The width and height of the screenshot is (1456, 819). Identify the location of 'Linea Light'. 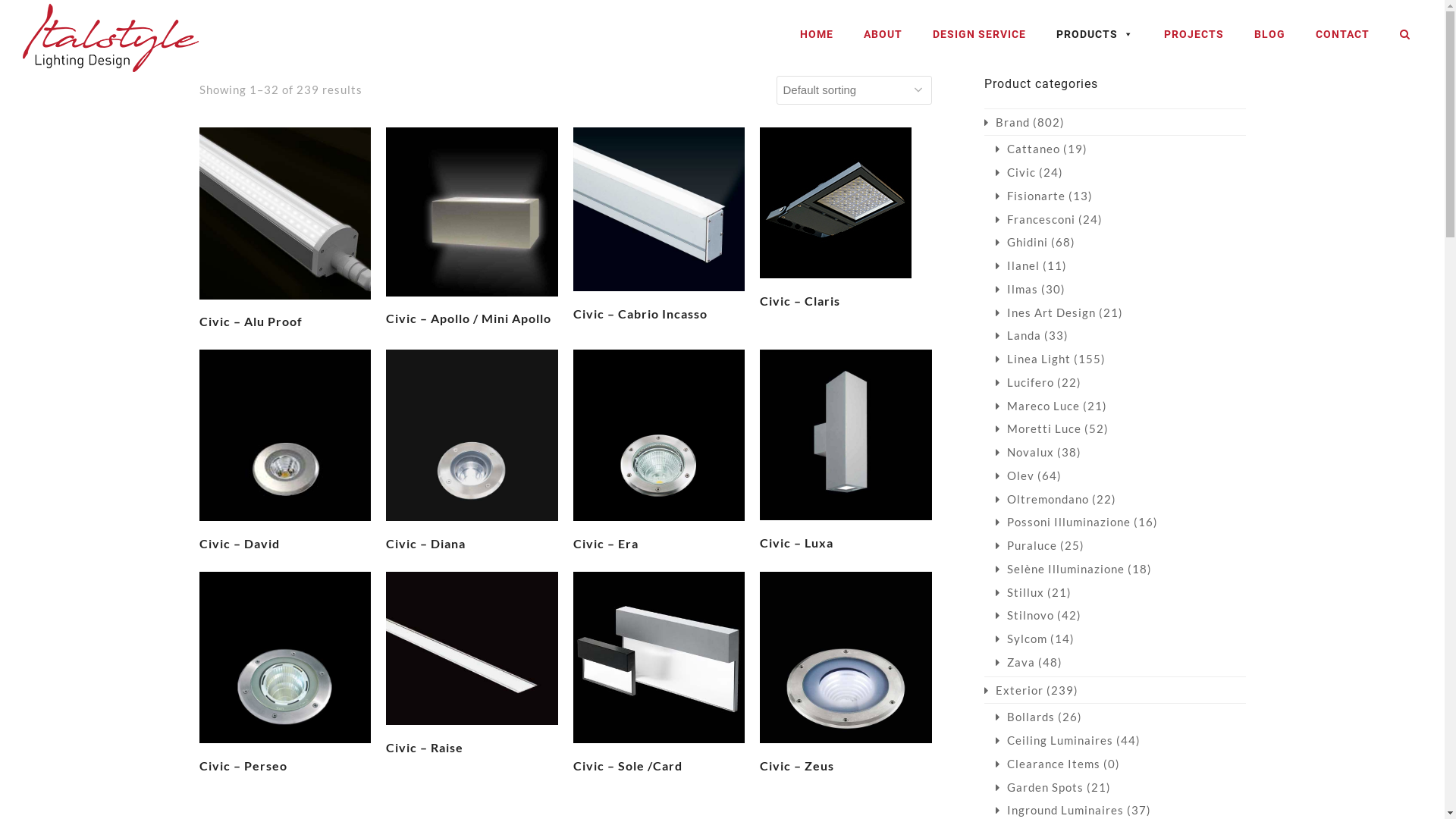
(994, 359).